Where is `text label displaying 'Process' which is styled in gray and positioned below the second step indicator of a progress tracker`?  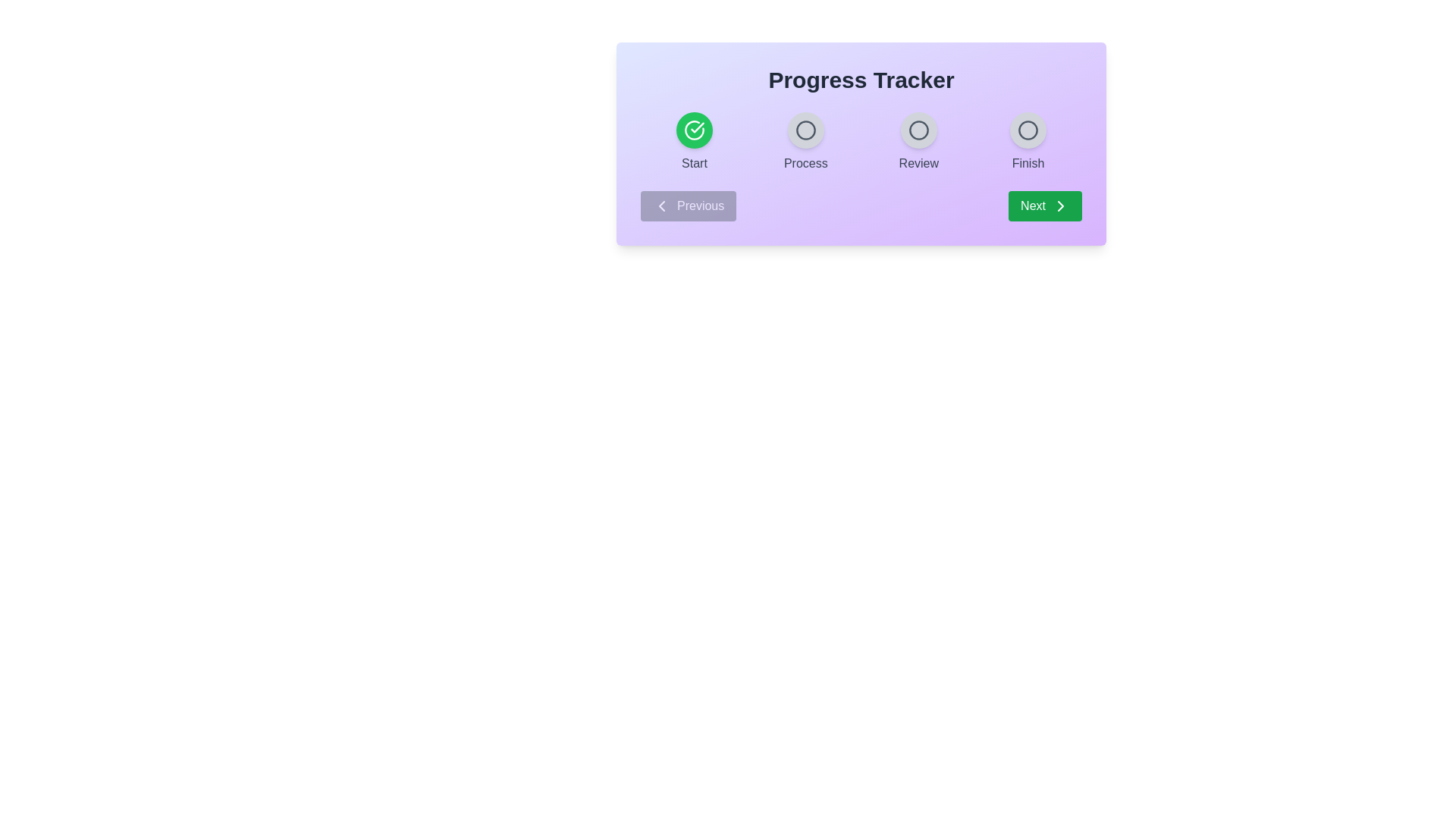
text label displaying 'Process' which is styled in gray and positioned below the second step indicator of a progress tracker is located at coordinates (805, 164).